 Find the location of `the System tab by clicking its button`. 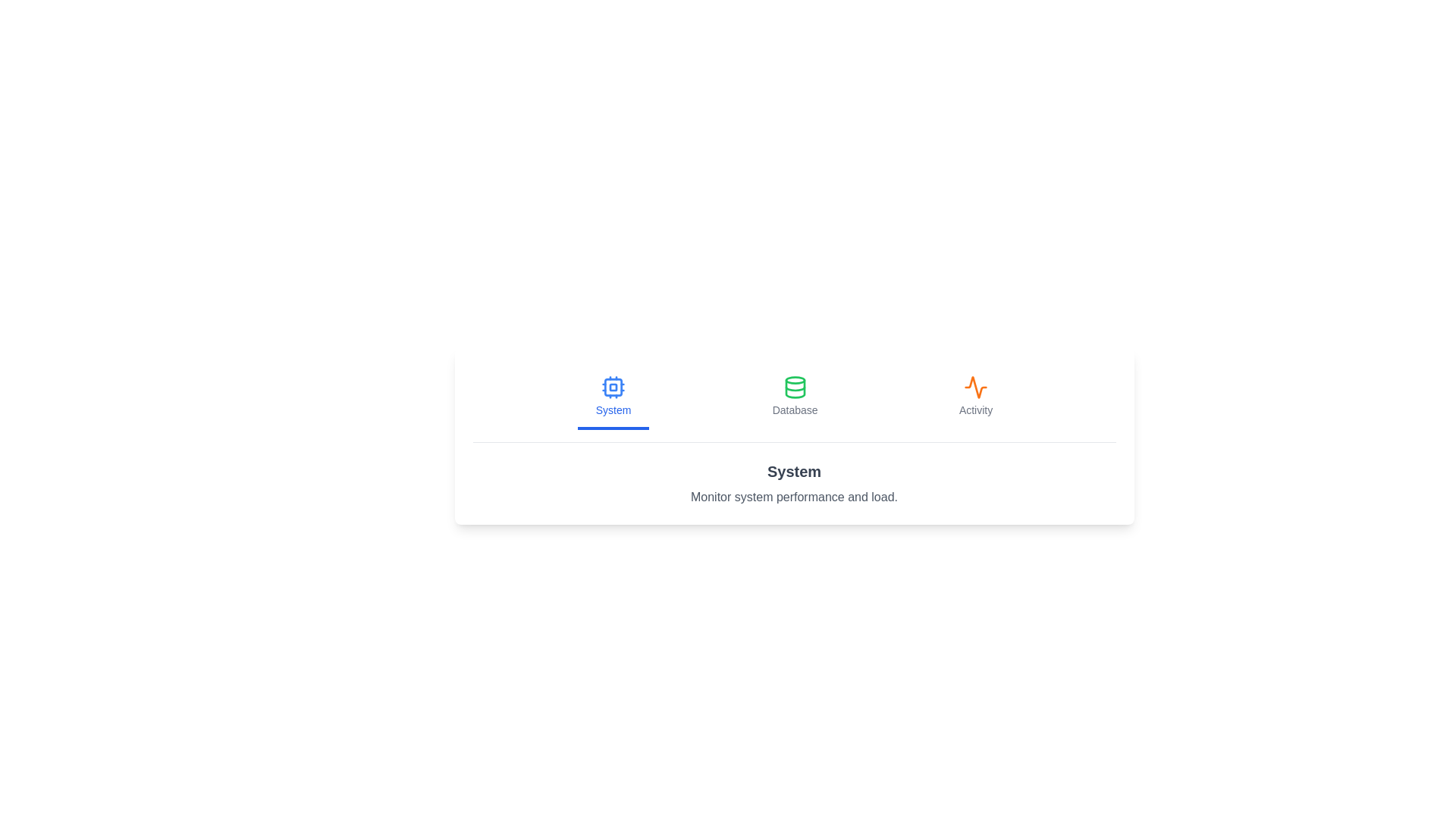

the System tab by clicking its button is located at coordinates (613, 397).